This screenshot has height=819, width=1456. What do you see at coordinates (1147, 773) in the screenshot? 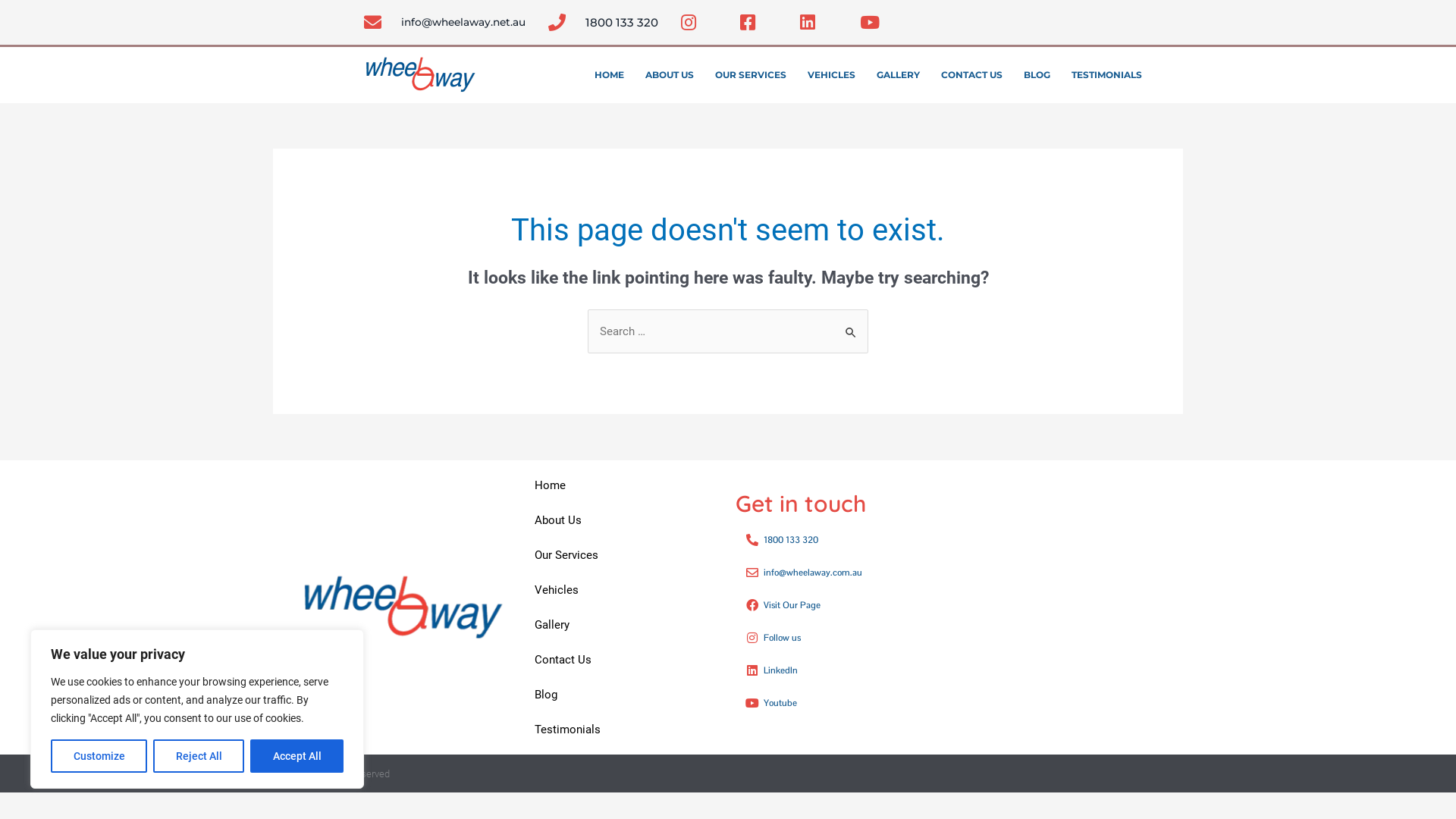
I see `'Medium'` at bounding box center [1147, 773].